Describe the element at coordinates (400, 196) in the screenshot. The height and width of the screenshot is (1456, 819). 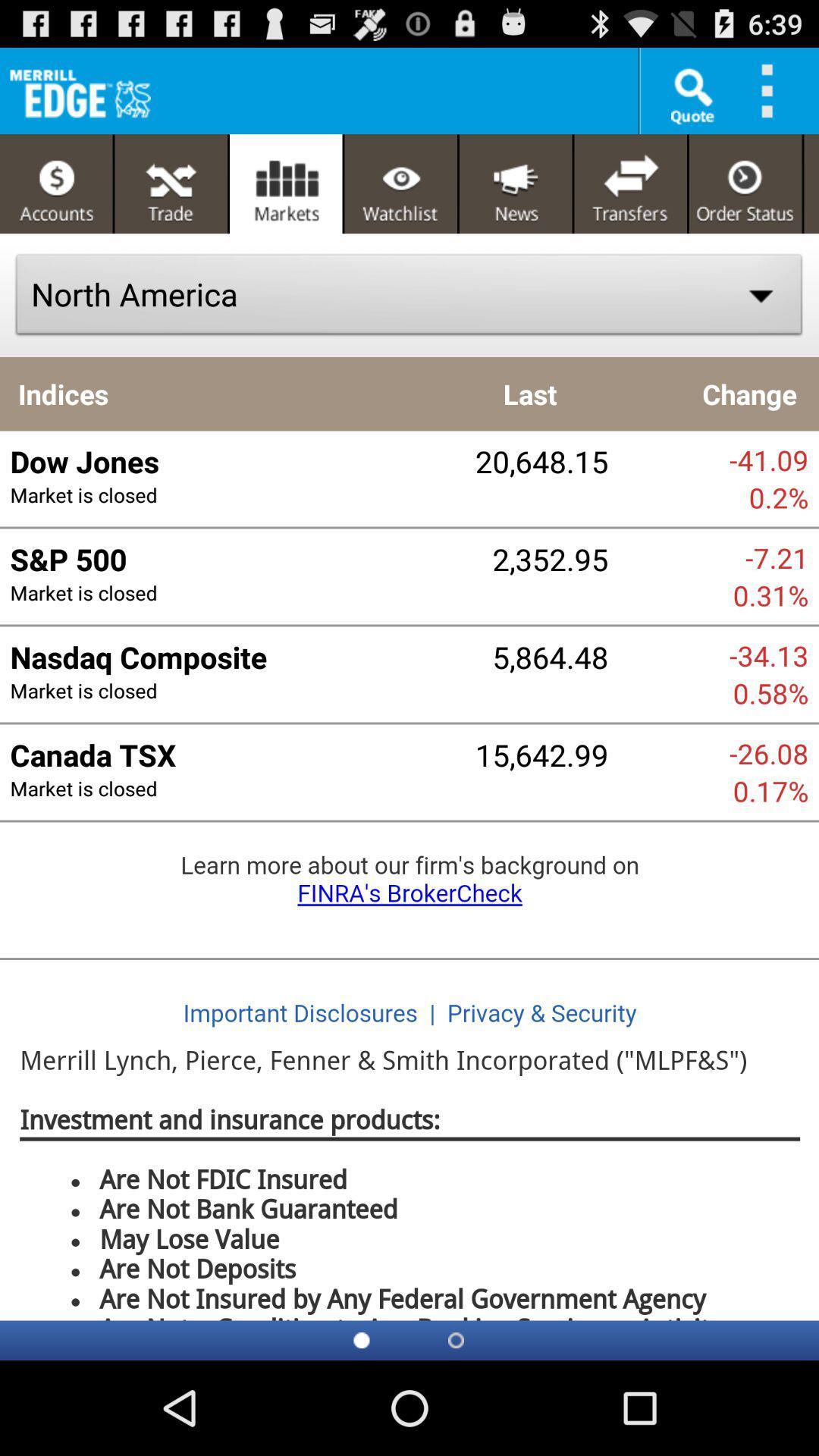
I see `the visibility icon` at that location.